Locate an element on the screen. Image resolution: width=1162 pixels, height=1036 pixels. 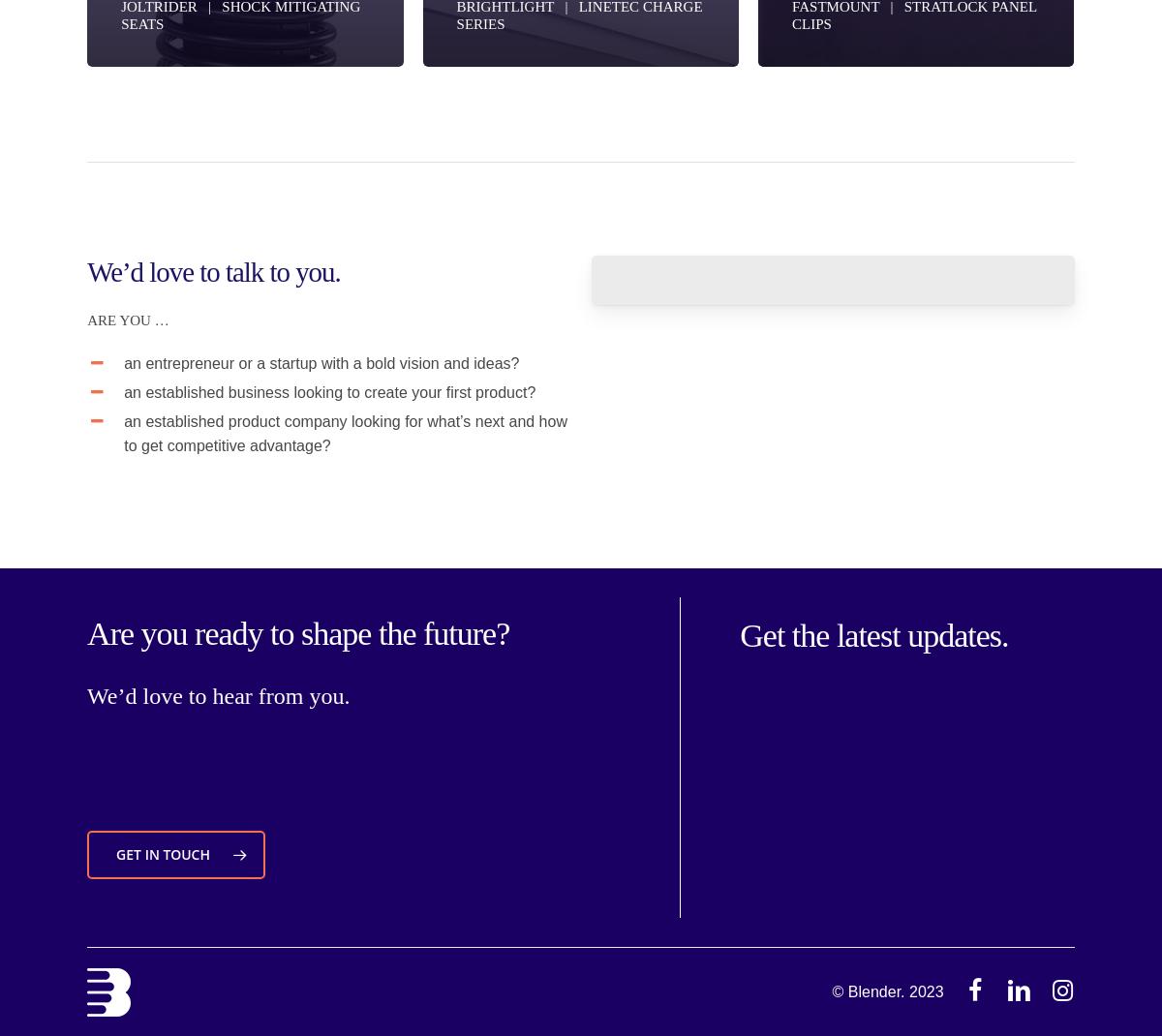
'We’d love to talk to you.' is located at coordinates (212, 271).